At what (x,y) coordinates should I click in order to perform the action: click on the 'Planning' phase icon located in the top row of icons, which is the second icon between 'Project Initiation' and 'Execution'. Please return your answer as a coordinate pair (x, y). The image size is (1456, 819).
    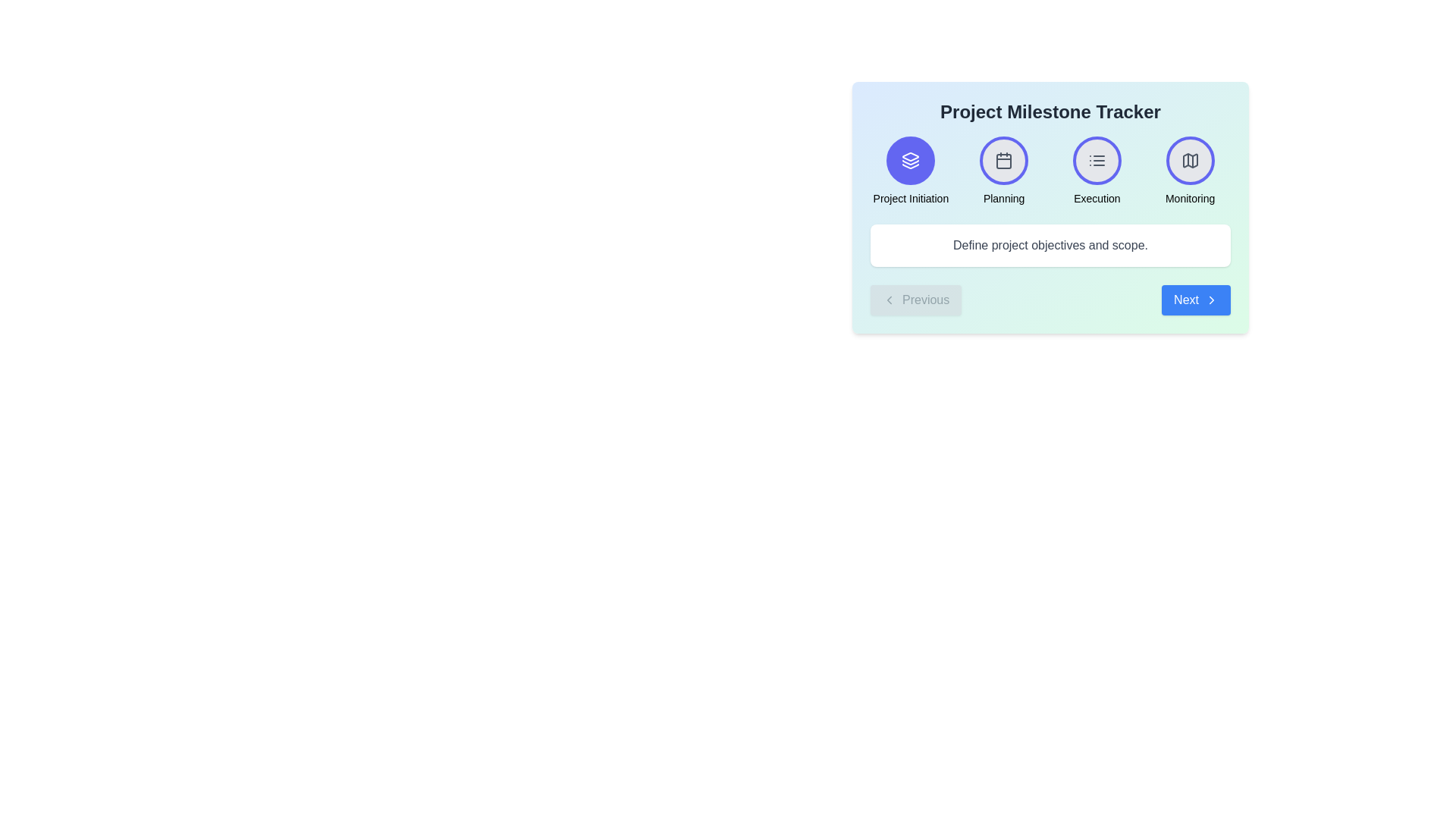
    Looking at the image, I should click on (1004, 161).